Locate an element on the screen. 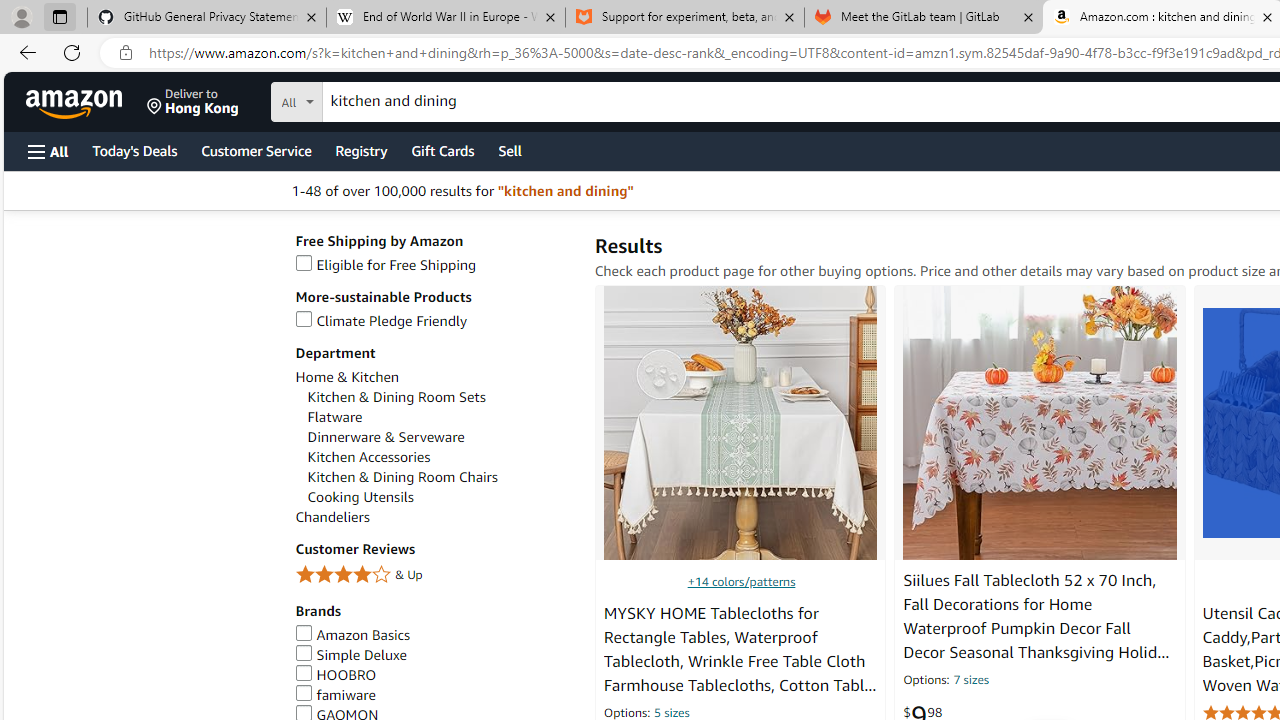 This screenshot has width=1280, height=720. 'End of World War II in Europe - Wikipedia' is located at coordinates (444, 17).